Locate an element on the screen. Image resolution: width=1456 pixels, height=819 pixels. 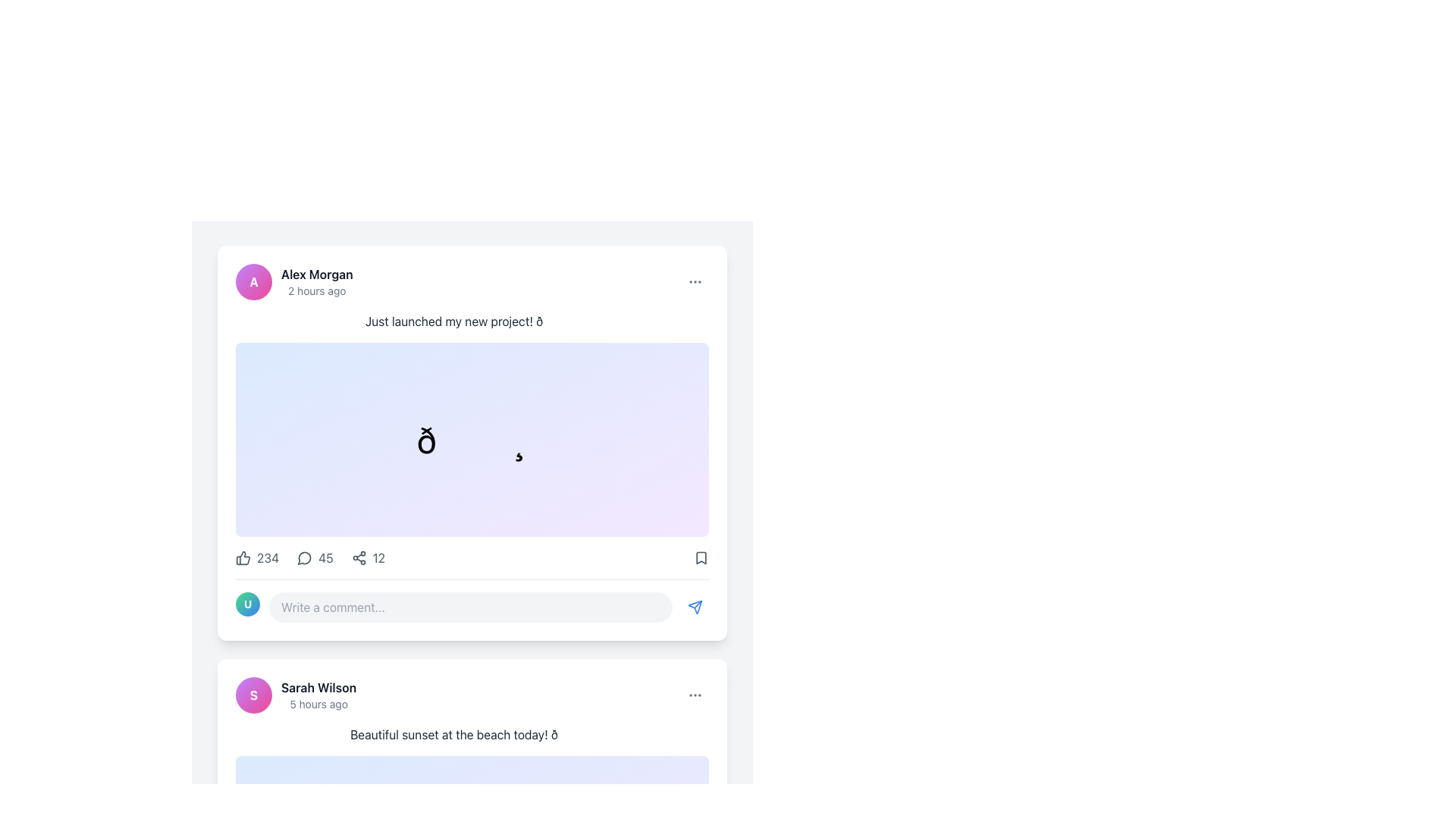
the send action button icon located at the bottom-right corner of the post box is located at coordinates (694, 607).